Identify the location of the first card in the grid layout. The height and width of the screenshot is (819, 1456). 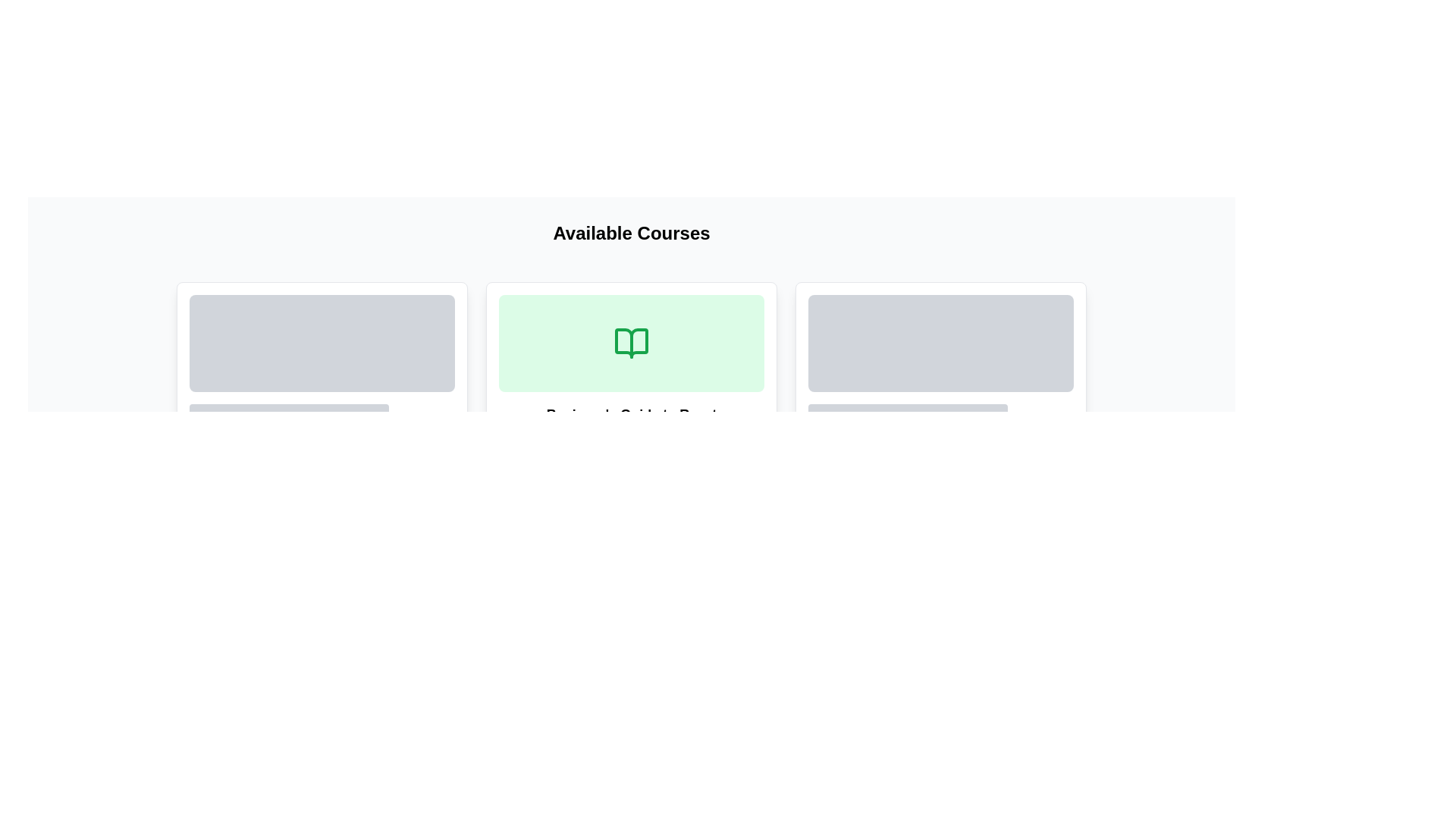
(322, 390).